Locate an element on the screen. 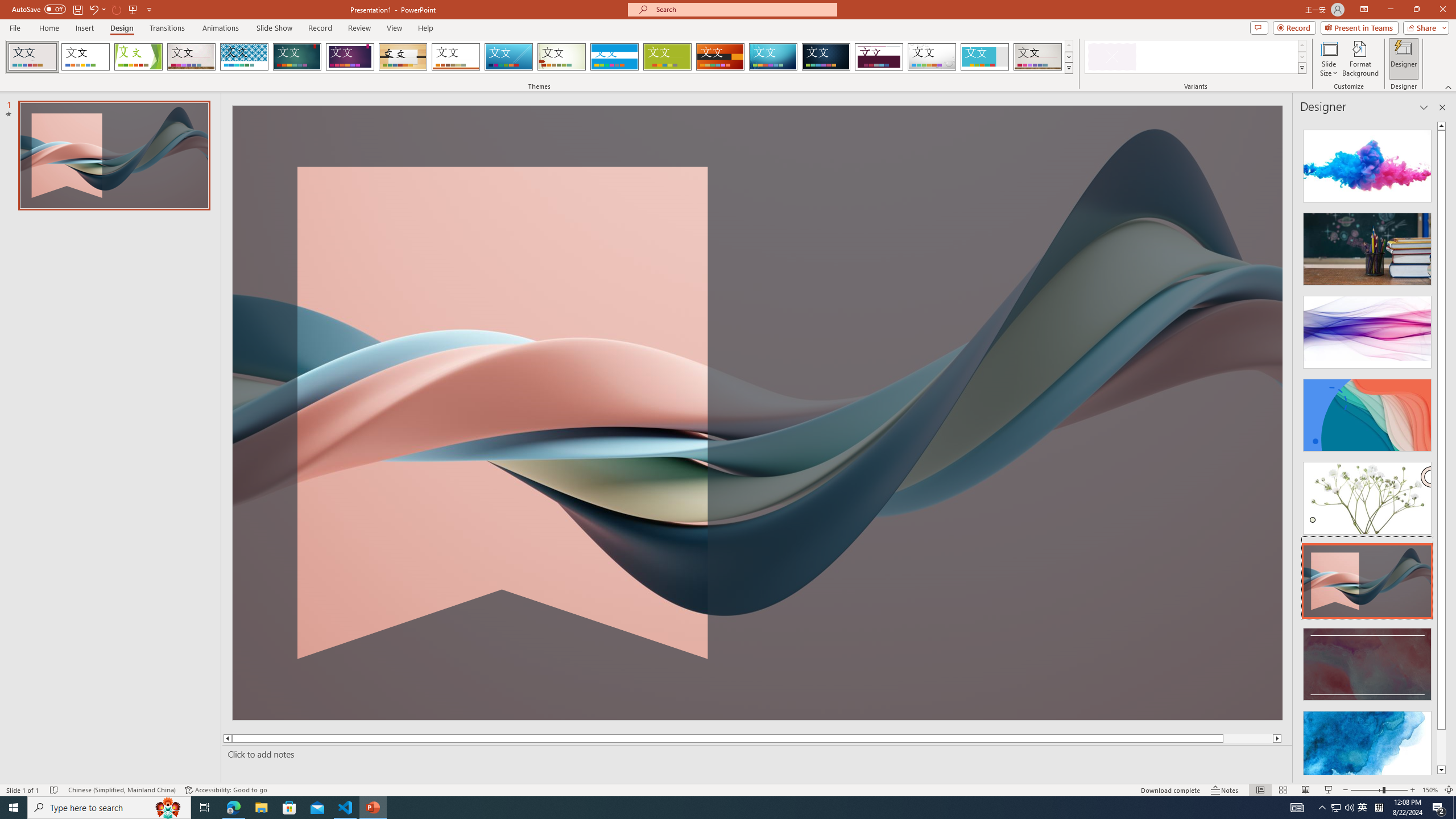  'AutomationID: SlideThemesGallery' is located at coordinates (539, 56).